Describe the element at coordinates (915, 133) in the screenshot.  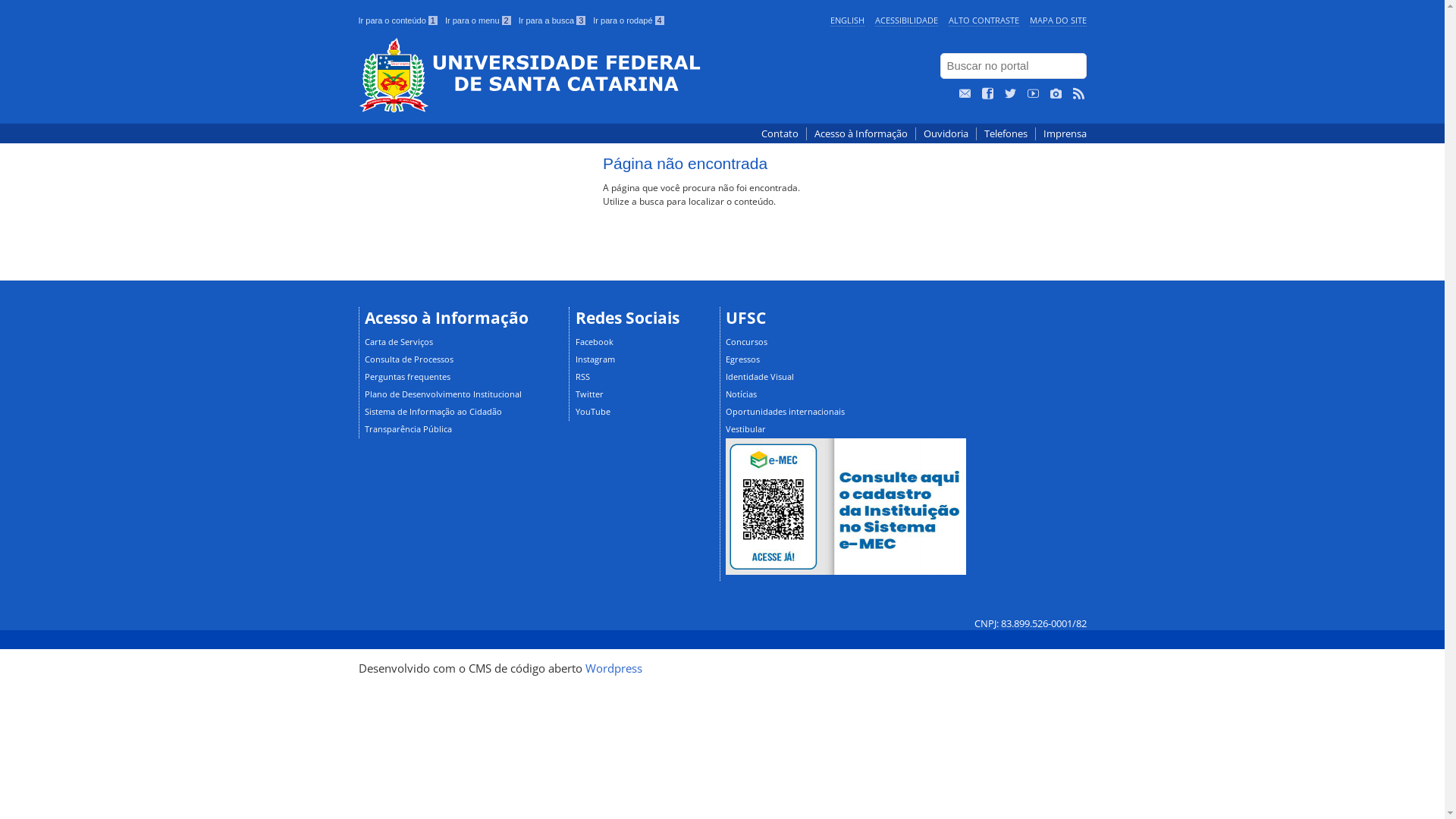
I see `'Ouvidoria'` at that location.